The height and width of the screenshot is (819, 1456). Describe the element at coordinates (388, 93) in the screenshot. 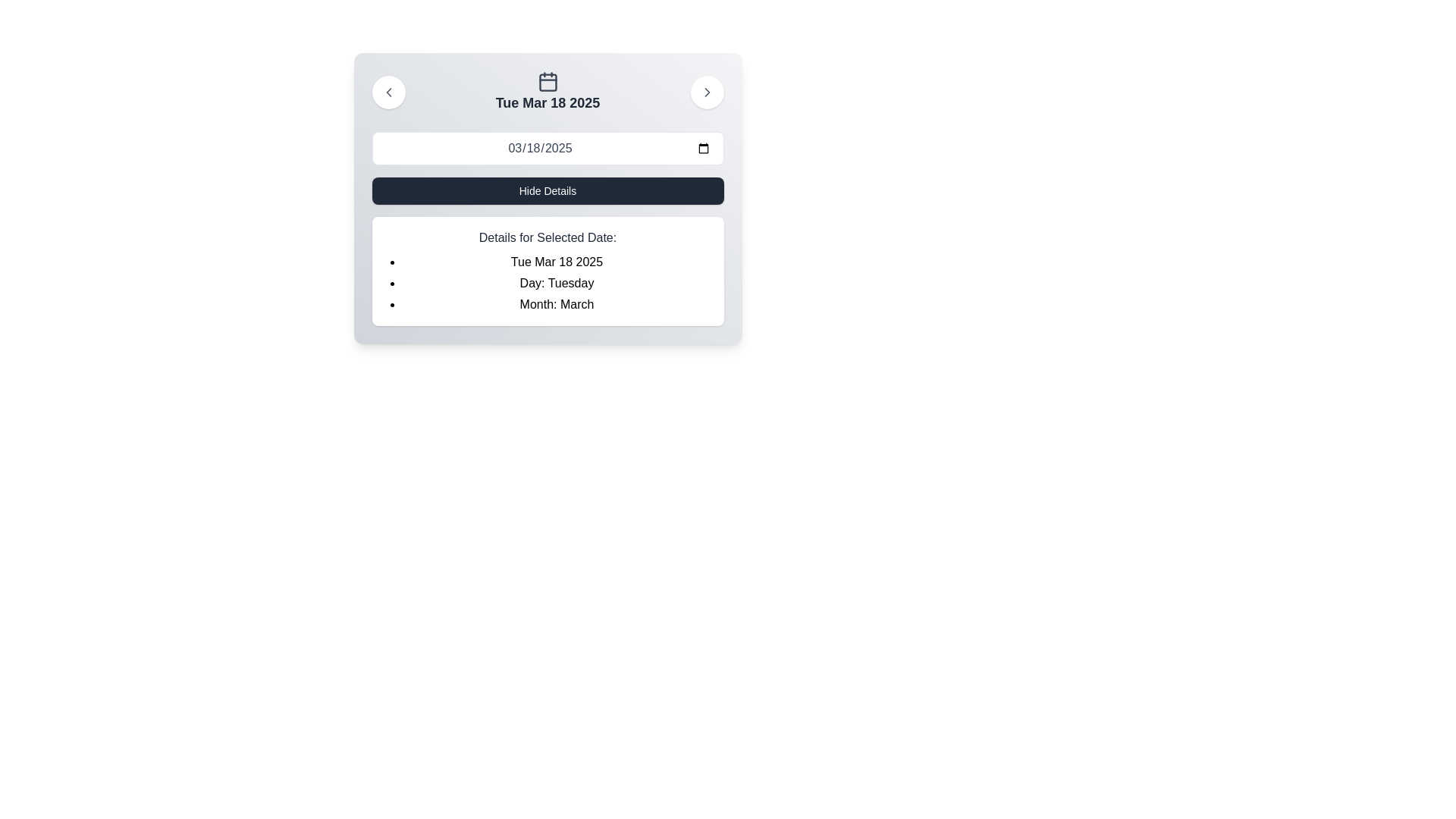

I see `the circular button with a white background and a left-pointing caret icon` at that location.